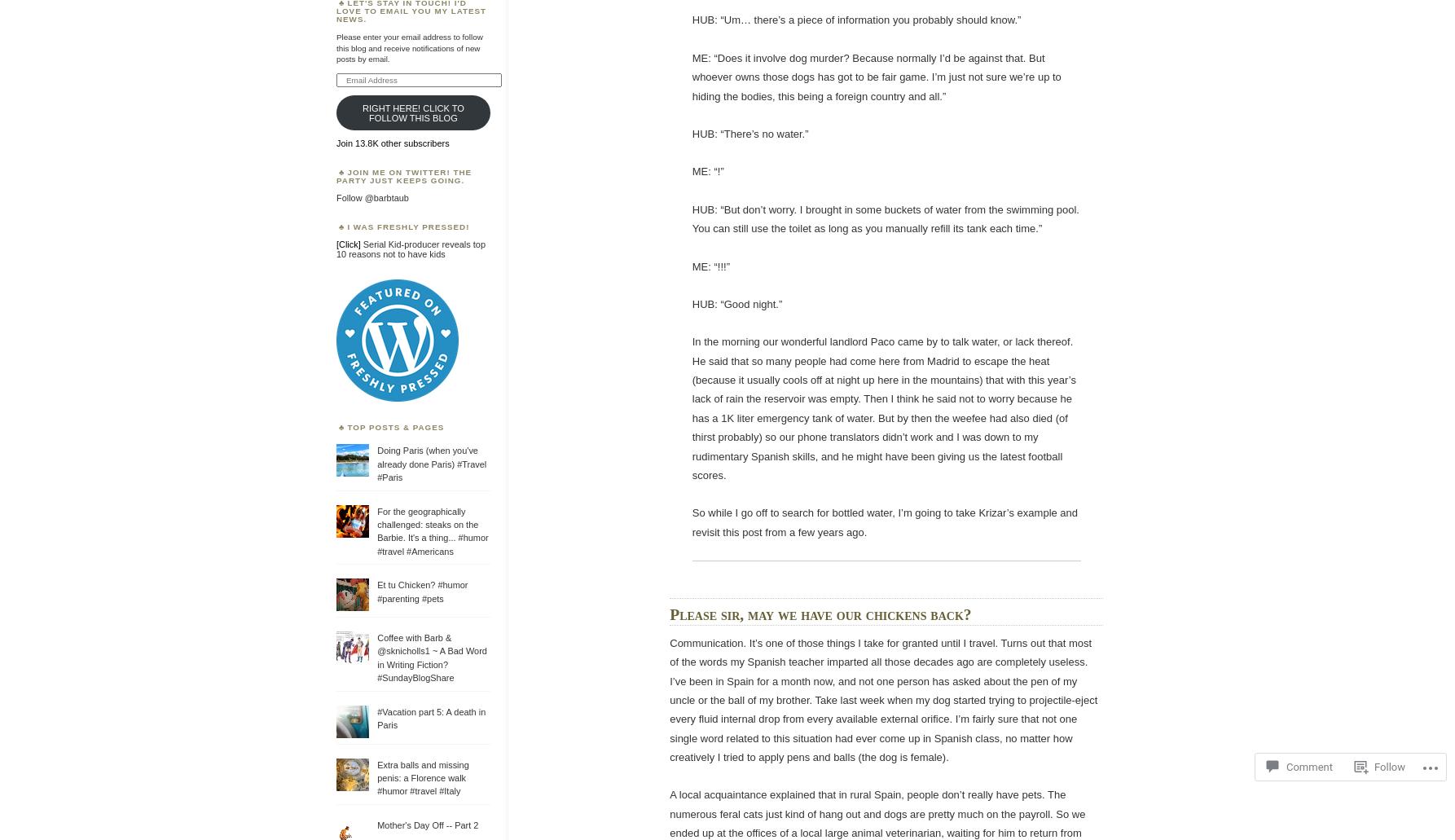 Image resolution: width=1455 pixels, height=840 pixels. What do you see at coordinates (668, 700) in the screenshot?
I see `'Communication. It’s one of those things I take for granted until I travel. Turns out that most of the words my Spanish teacher imparted all those decades ago are completely useless. I’ve been in Spain for a month now, and not one person has asked about the pen of my uncle or the ball of my brother. Take last week when my dog started trying to projectile-eject every fluid internal drop from every available external orifice. I’m fairly sure that not one single word related to this situation had ever come up in Spanish class, no matter how creatively I tried to apply pens and balls (the dog is female).'` at bounding box center [668, 700].